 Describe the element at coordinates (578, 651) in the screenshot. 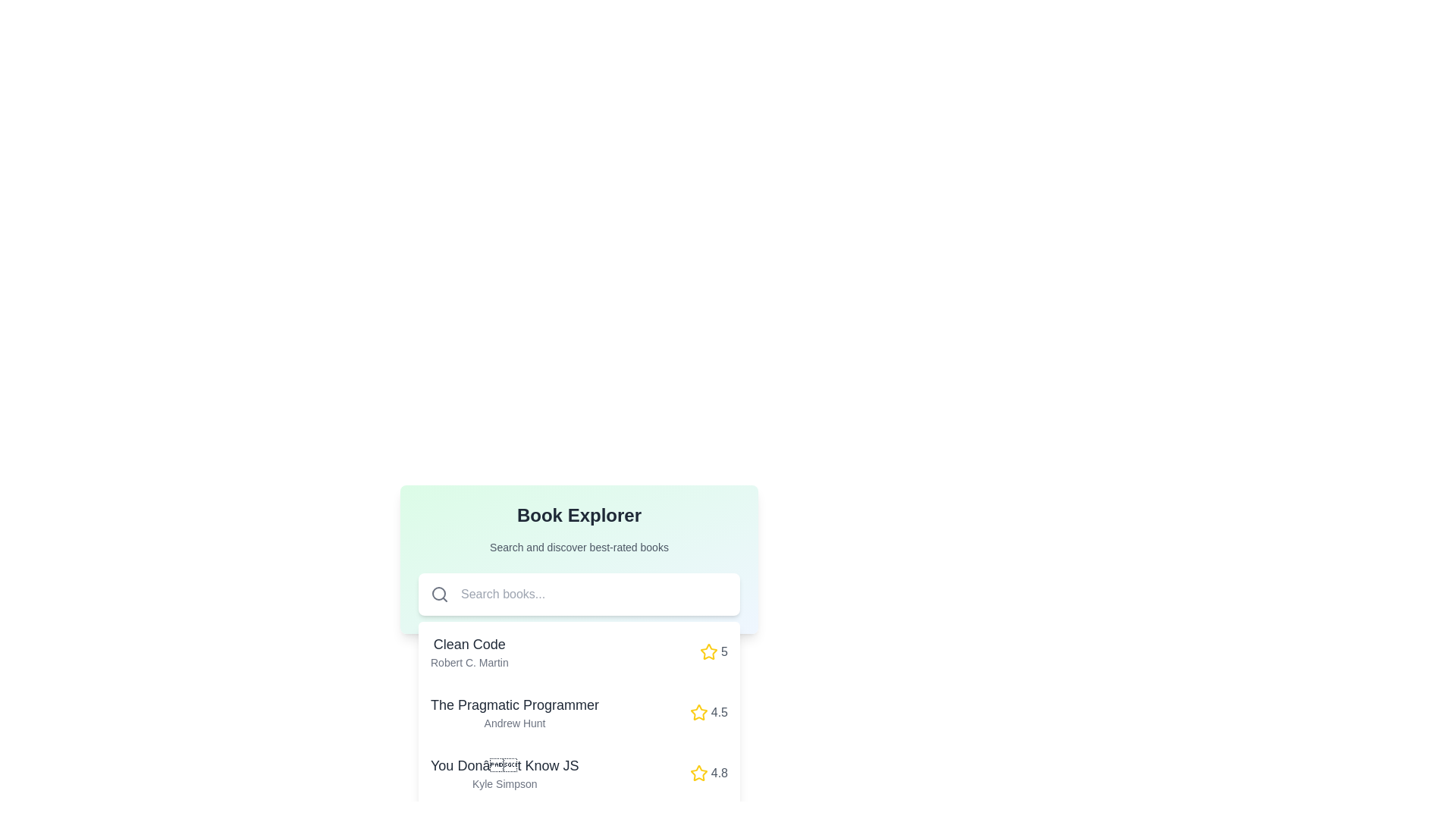

I see `the first book entry in the list, which displays the title, author, and rating` at that location.